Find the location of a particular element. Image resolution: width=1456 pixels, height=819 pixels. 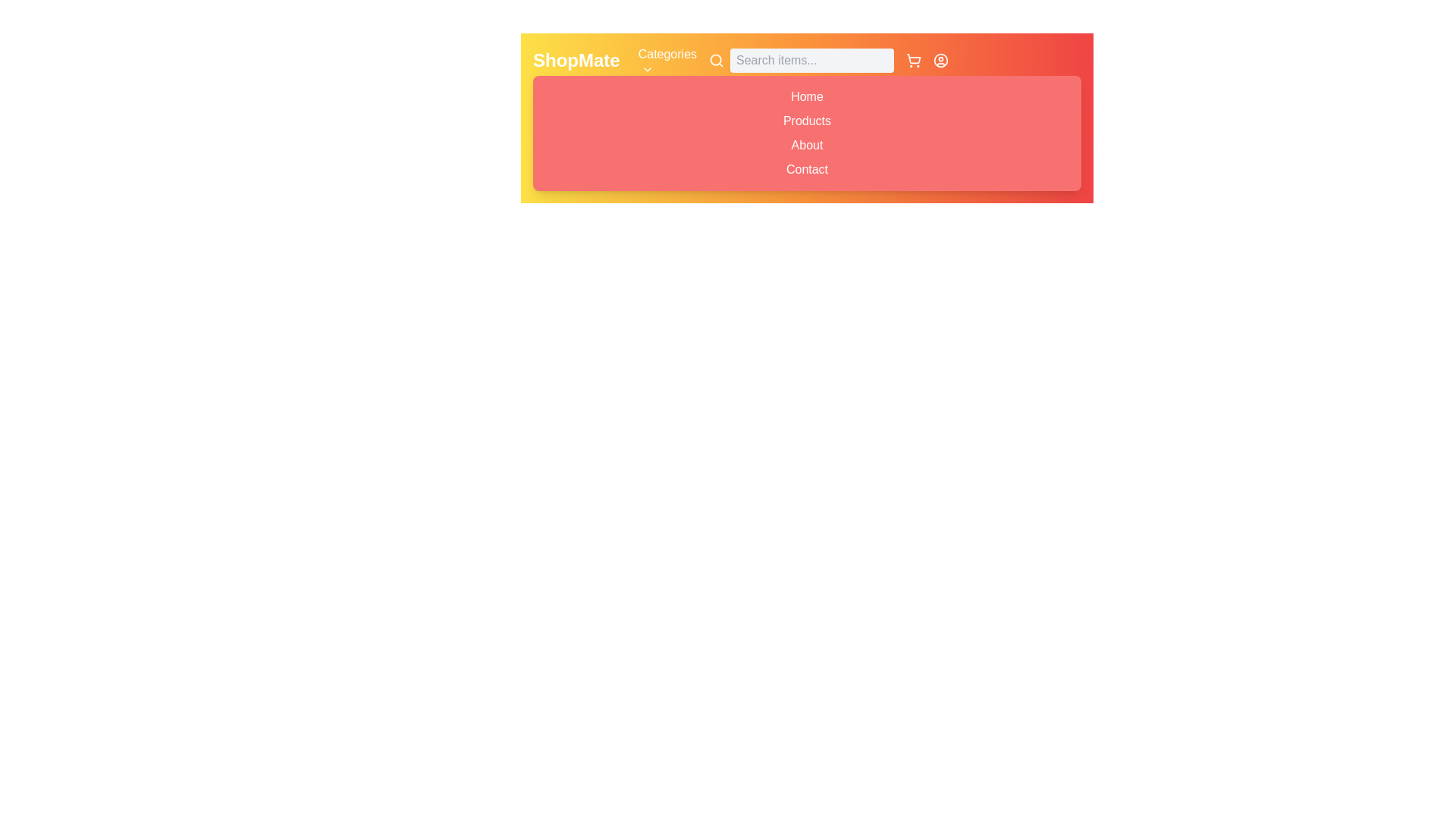

the shopping cart icon located in the horizontal navigation bar is located at coordinates (912, 60).